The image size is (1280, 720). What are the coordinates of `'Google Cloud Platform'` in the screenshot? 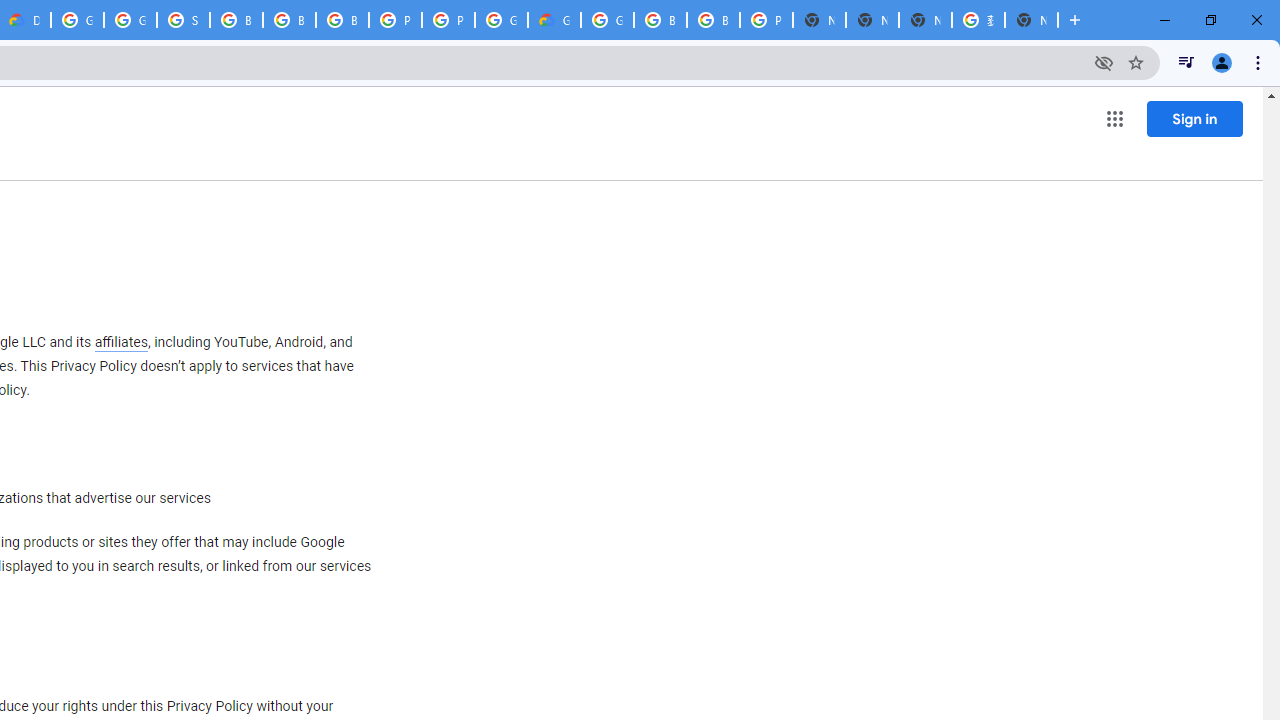 It's located at (606, 20).